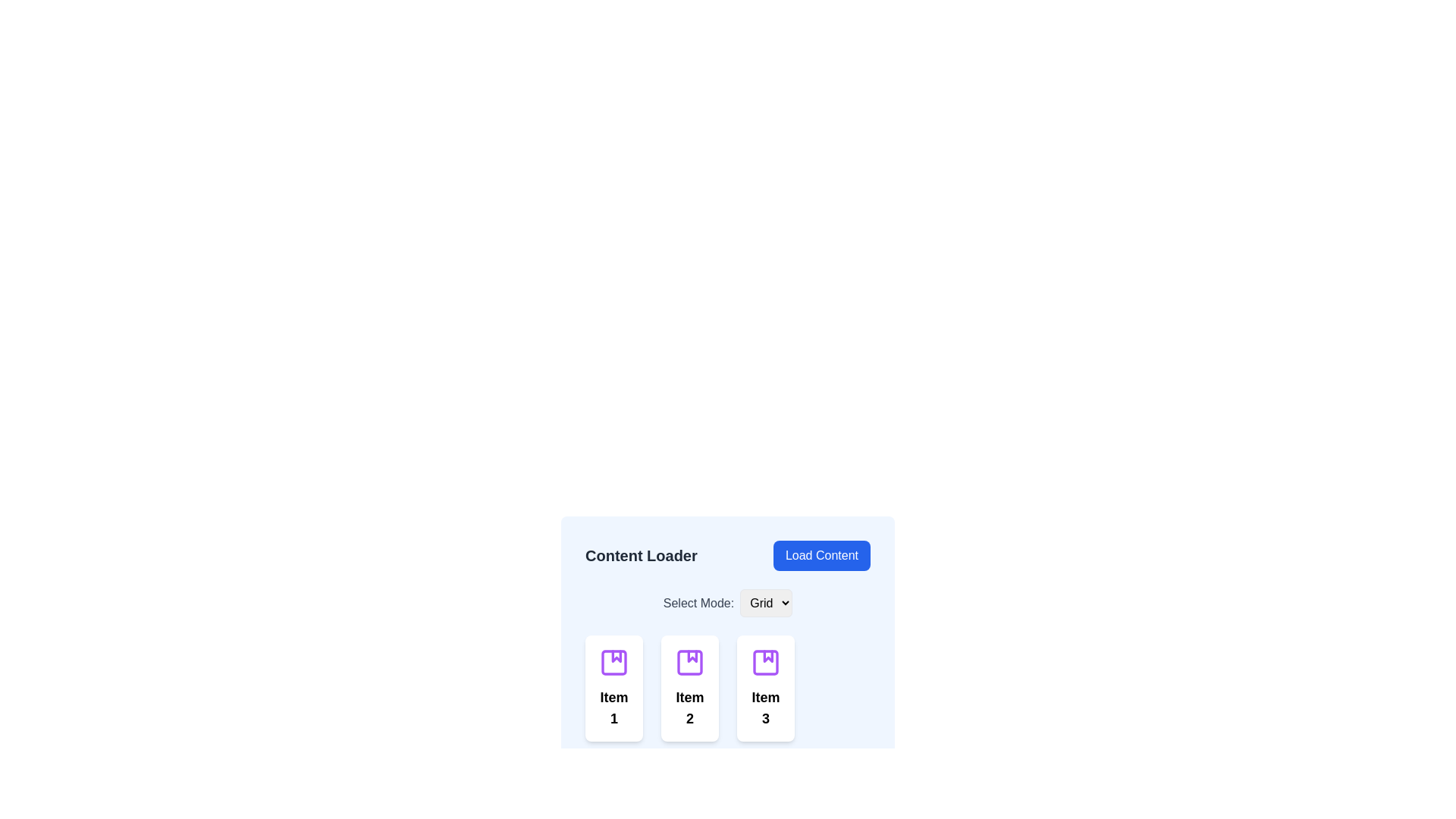  What do you see at coordinates (766, 602) in the screenshot?
I see `the dropdown menu labeled 'Grid', which is part of a horizontal line of elements in the mid-section of the interface, following the text 'Select Mode:' to its left` at bounding box center [766, 602].